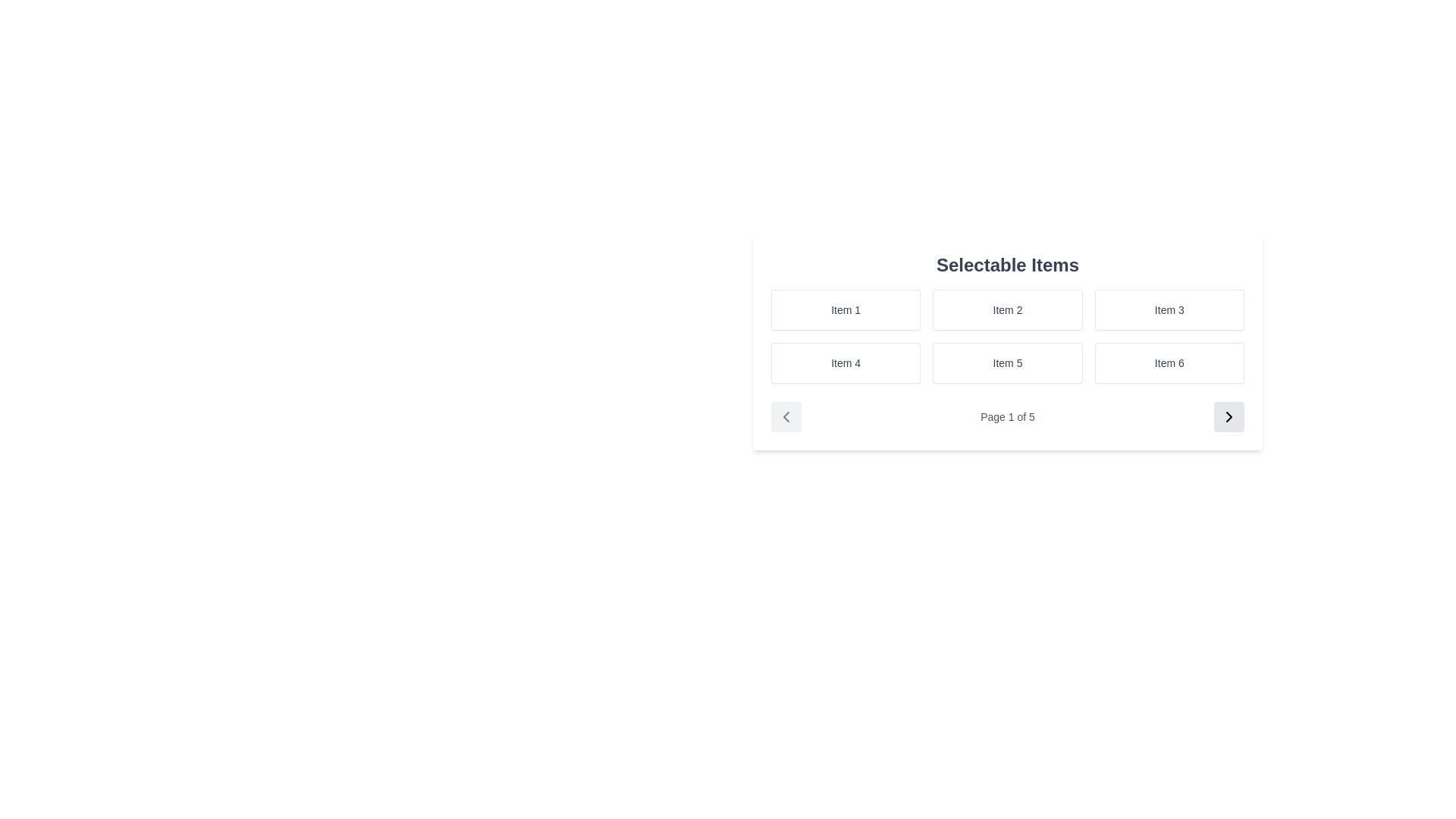 The image size is (1456, 819). What do you see at coordinates (1229, 417) in the screenshot?
I see `the right-chevron icon located in the bottom-right portion of the interface` at bounding box center [1229, 417].